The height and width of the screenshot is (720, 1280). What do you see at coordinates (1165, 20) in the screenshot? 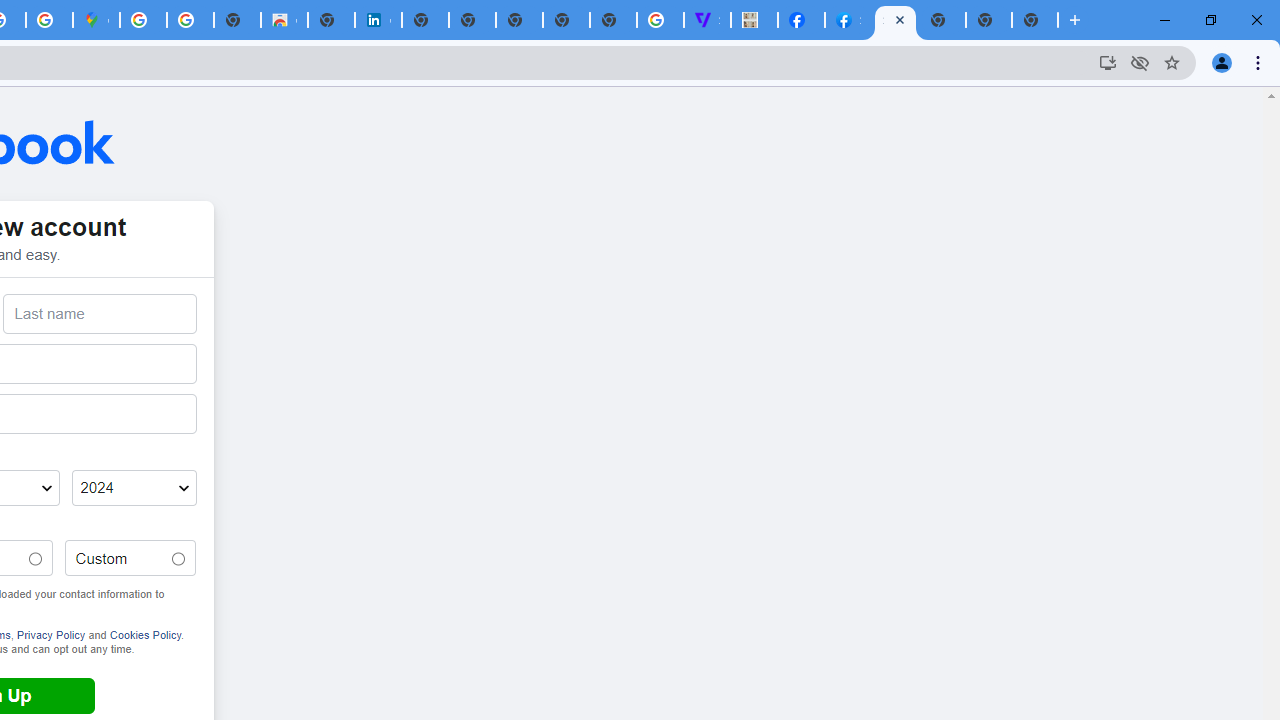
I see `'Minimize'` at bounding box center [1165, 20].